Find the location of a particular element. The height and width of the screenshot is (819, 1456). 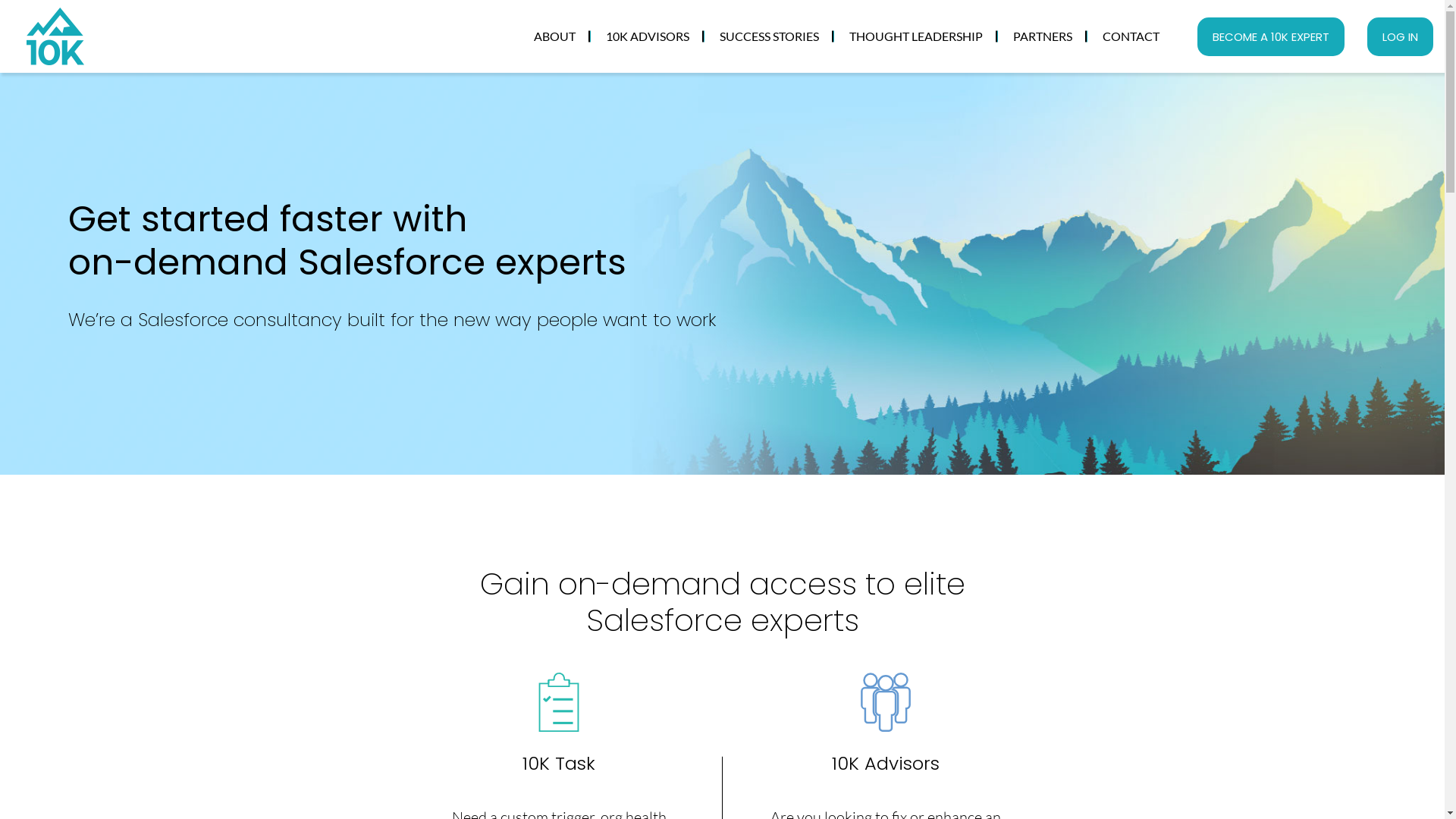

'SUCCESS STORIES' is located at coordinates (769, 35).